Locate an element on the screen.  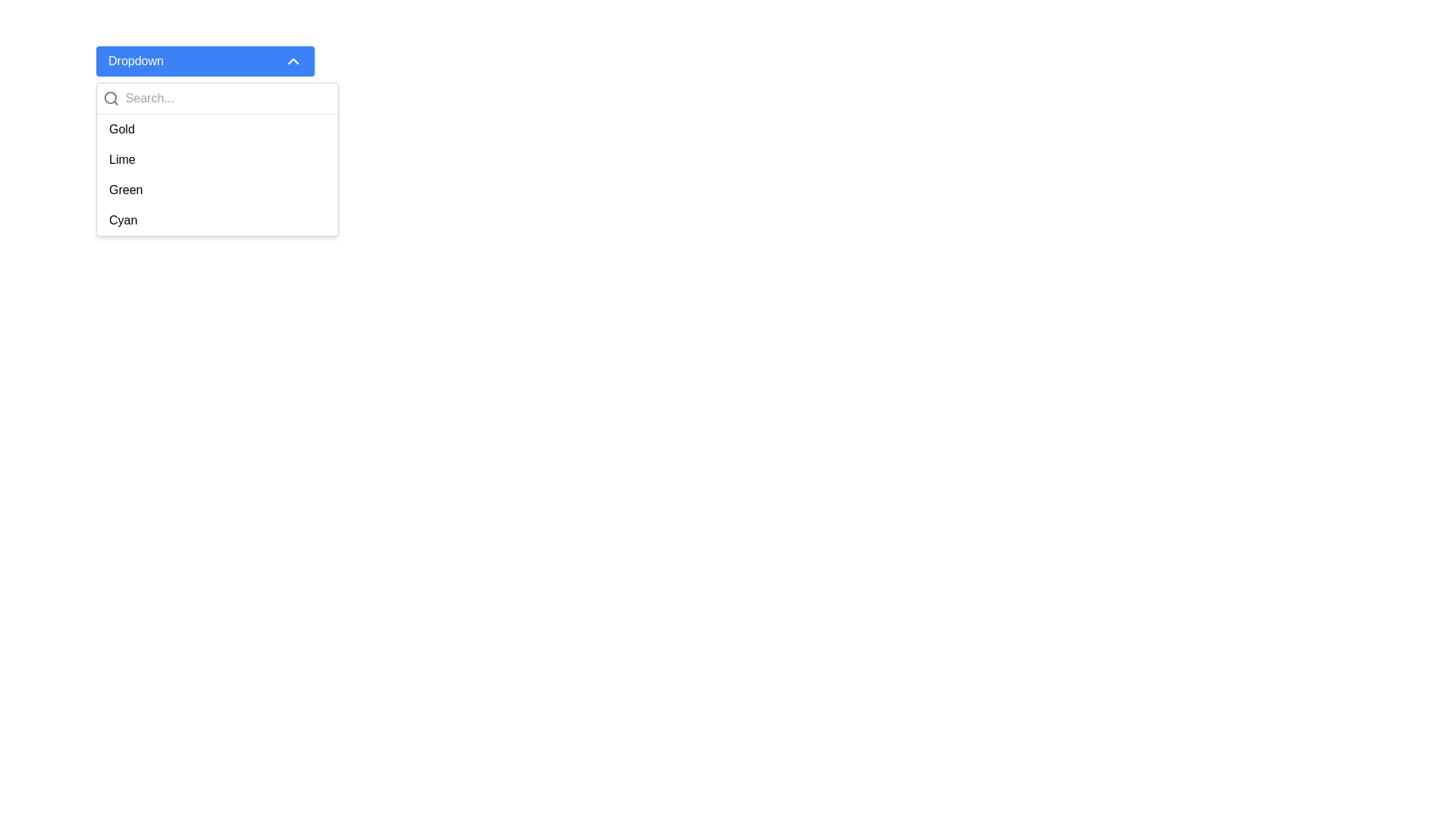
to select the 'Cyan' option from the dropdown list, which is the last item displayed in the list below 'Gold', 'Lime', and 'Green' is located at coordinates (123, 220).